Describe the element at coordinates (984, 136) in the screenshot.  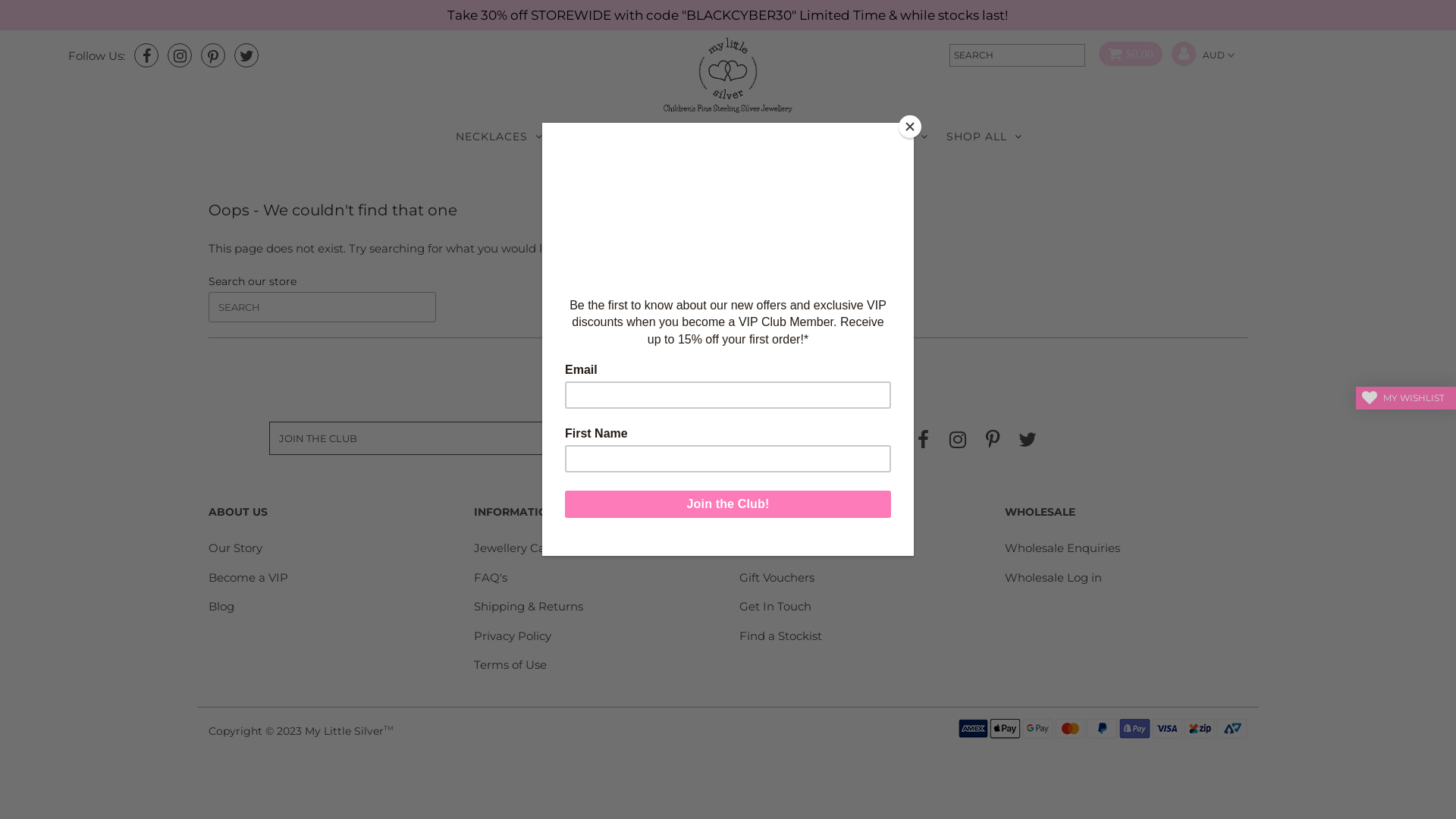
I see `'SHOP ALL'` at that location.